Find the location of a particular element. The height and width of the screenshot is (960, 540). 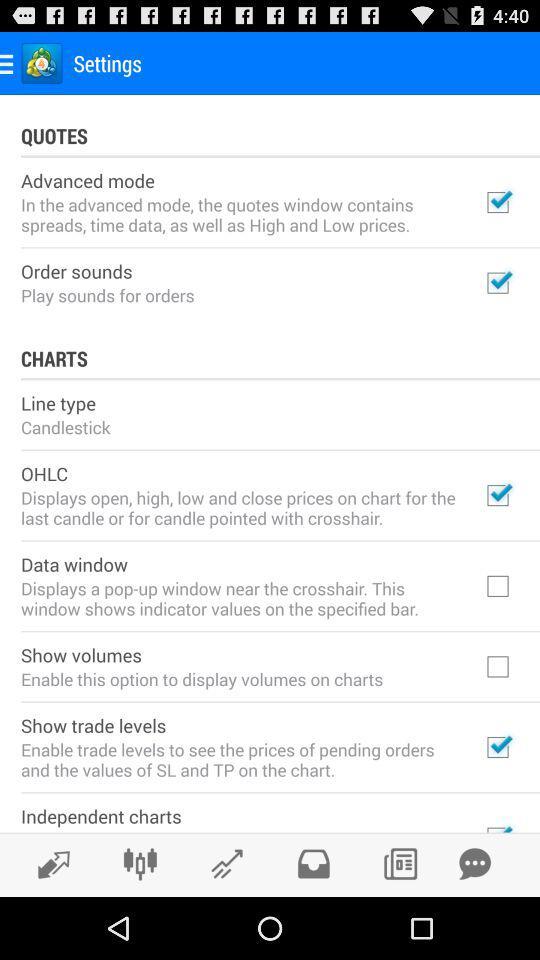

display trends over time is located at coordinates (48, 863).